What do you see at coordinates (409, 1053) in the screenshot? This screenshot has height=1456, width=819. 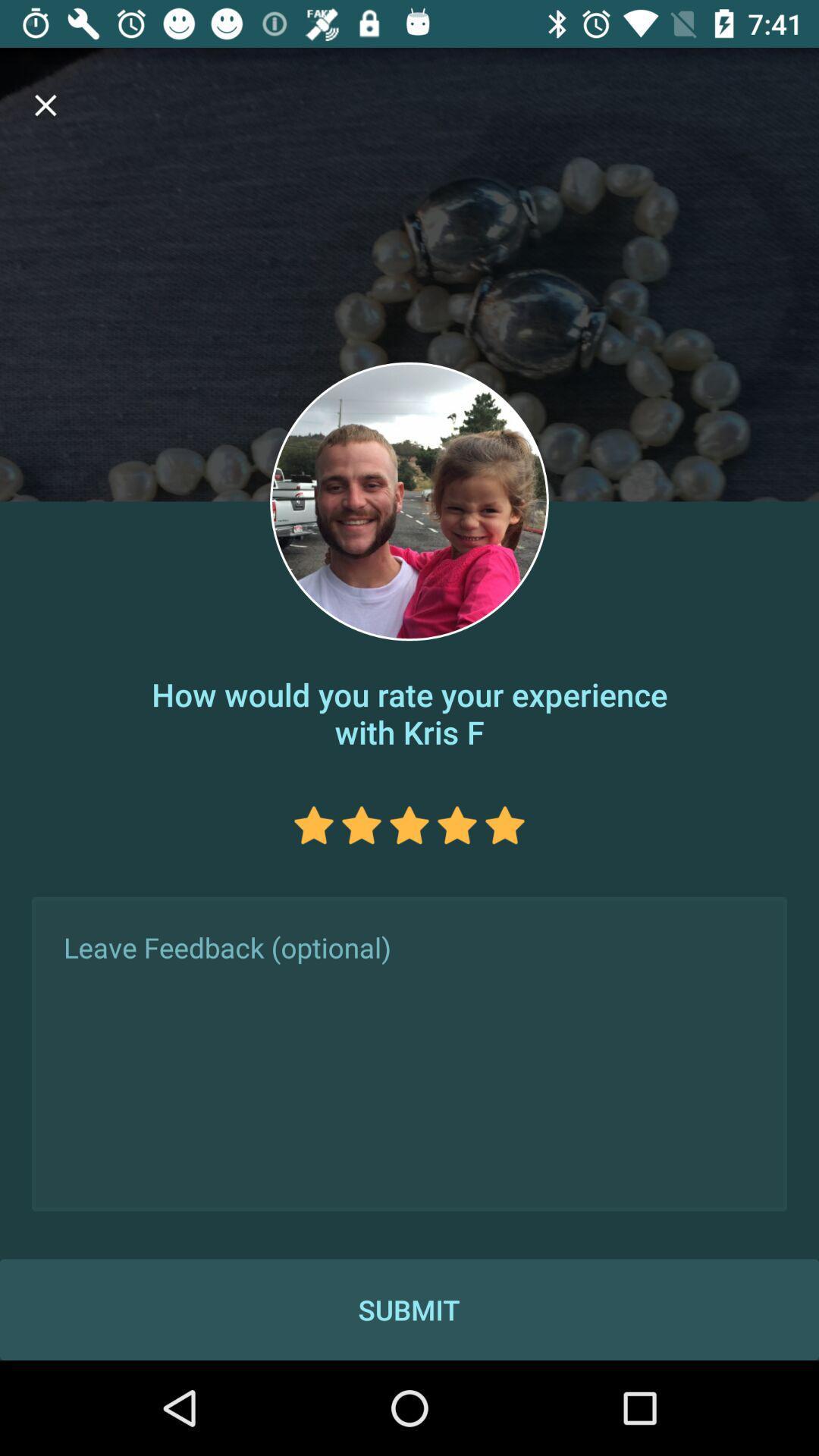 I see `feedback toggle` at bounding box center [409, 1053].